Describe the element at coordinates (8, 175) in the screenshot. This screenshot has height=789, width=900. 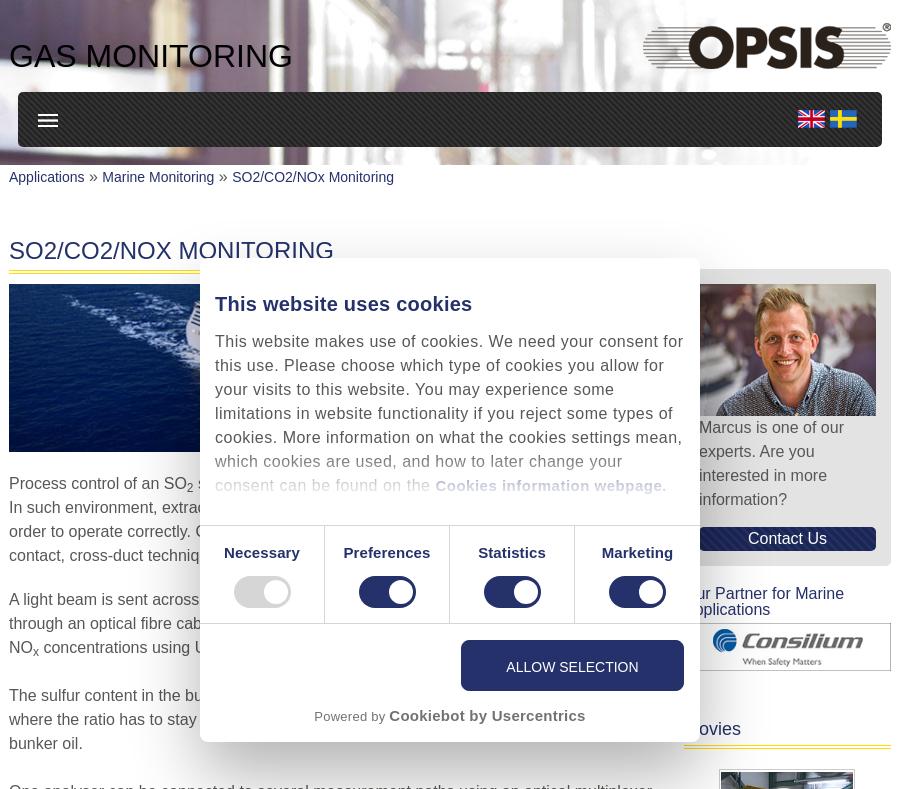
I see `'Applications'` at that location.